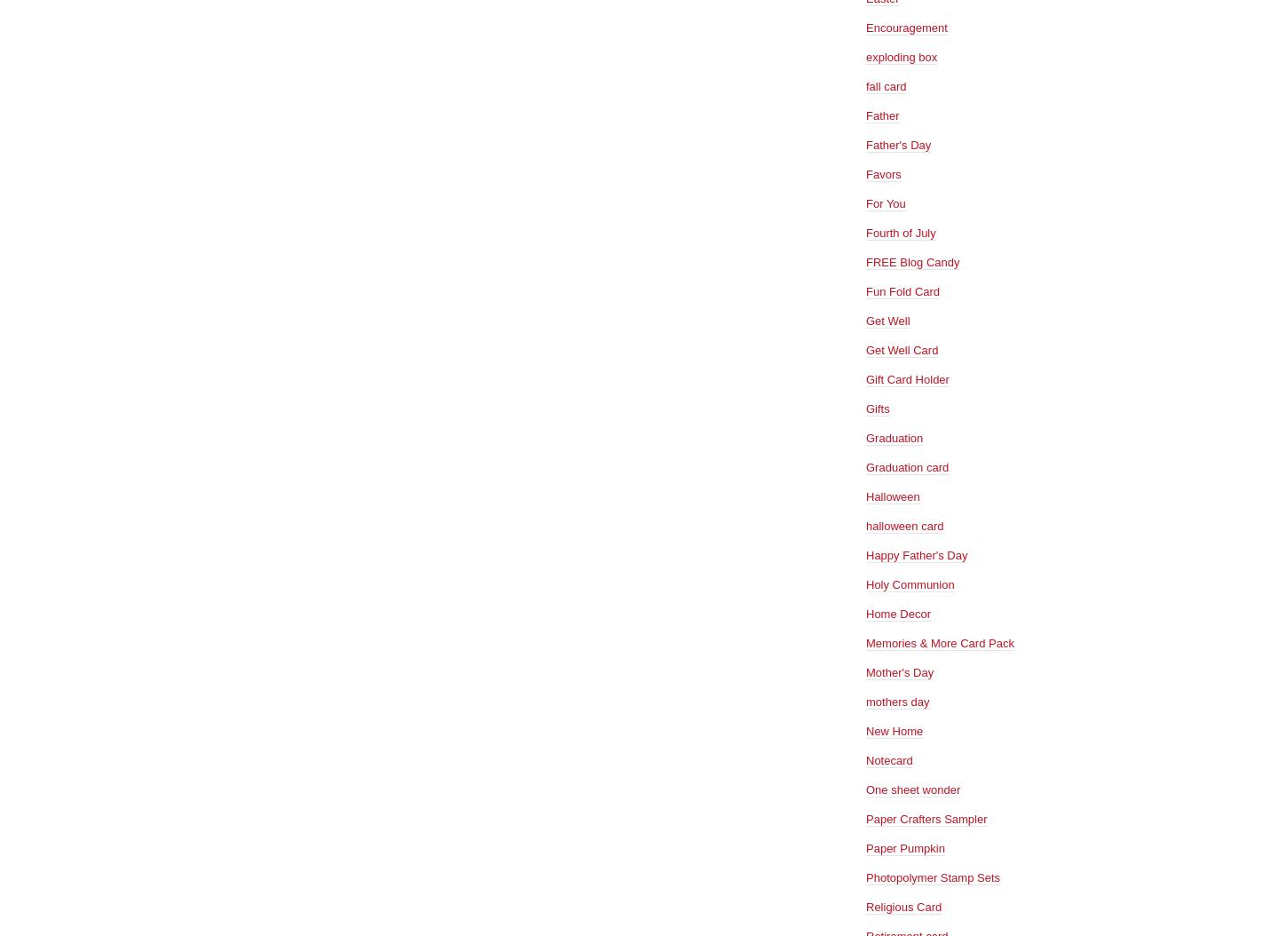 Image resolution: width=1288 pixels, height=936 pixels. Describe the element at coordinates (865, 612) in the screenshot. I see `'Home Decor'` at that location.